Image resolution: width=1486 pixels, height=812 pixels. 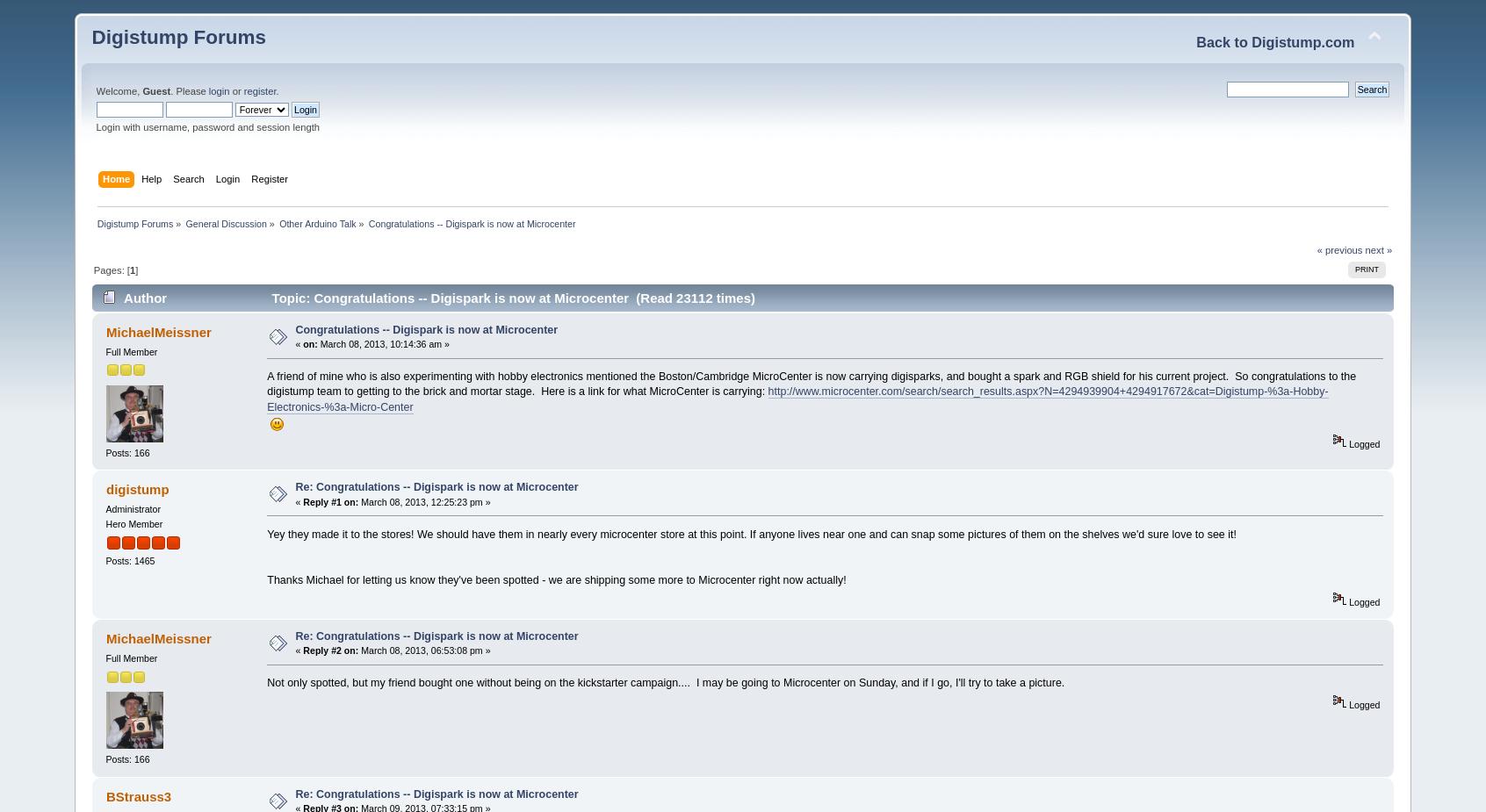 I want to click on 'March 08, 2013, 06:53:08 pm »', so click(x=357, y=650).